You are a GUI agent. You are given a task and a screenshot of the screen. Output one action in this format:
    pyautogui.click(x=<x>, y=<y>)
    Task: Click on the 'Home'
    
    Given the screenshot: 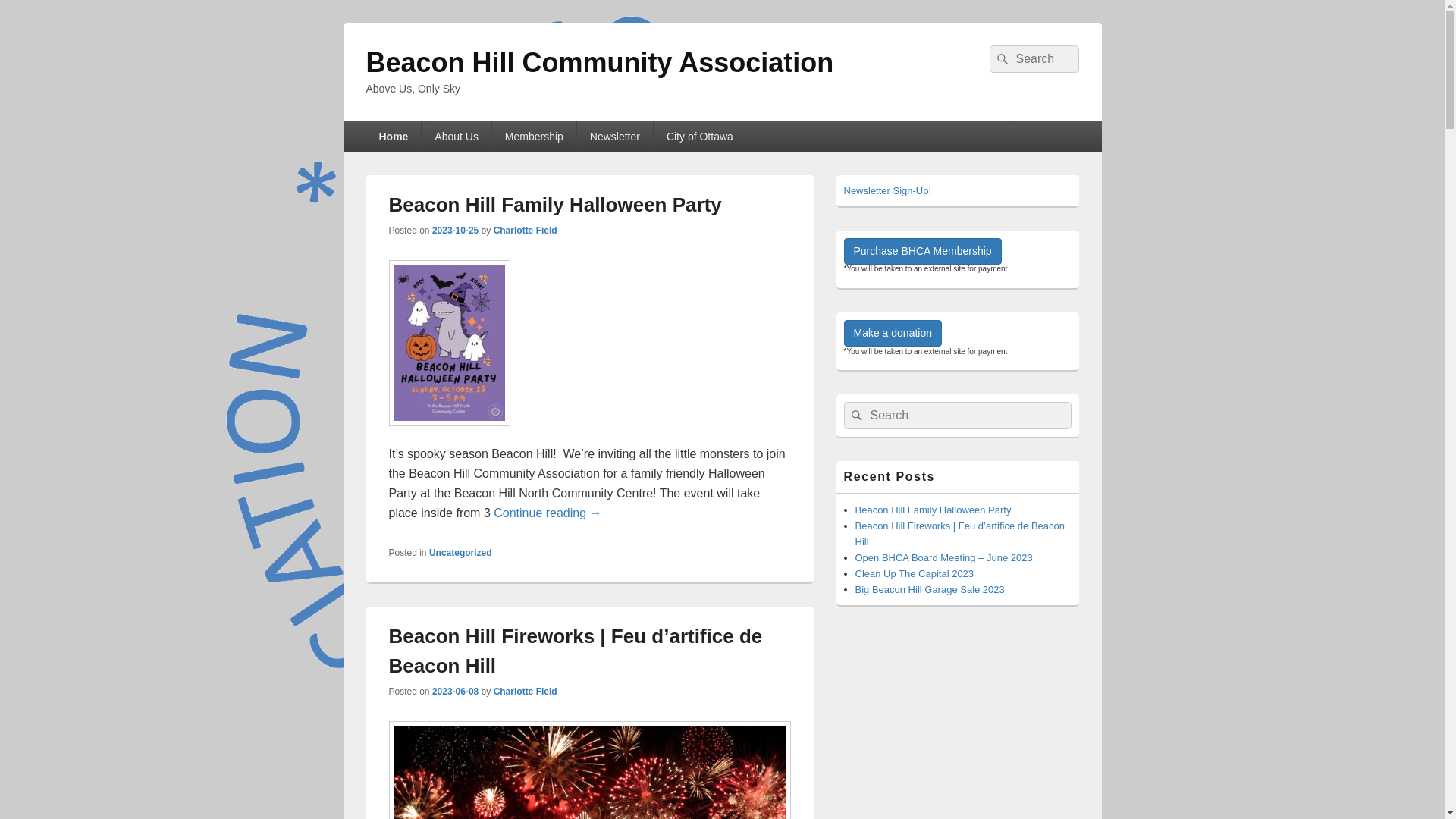 What is the action you would take?
    pyautogui.click(x=393, y=136)
    